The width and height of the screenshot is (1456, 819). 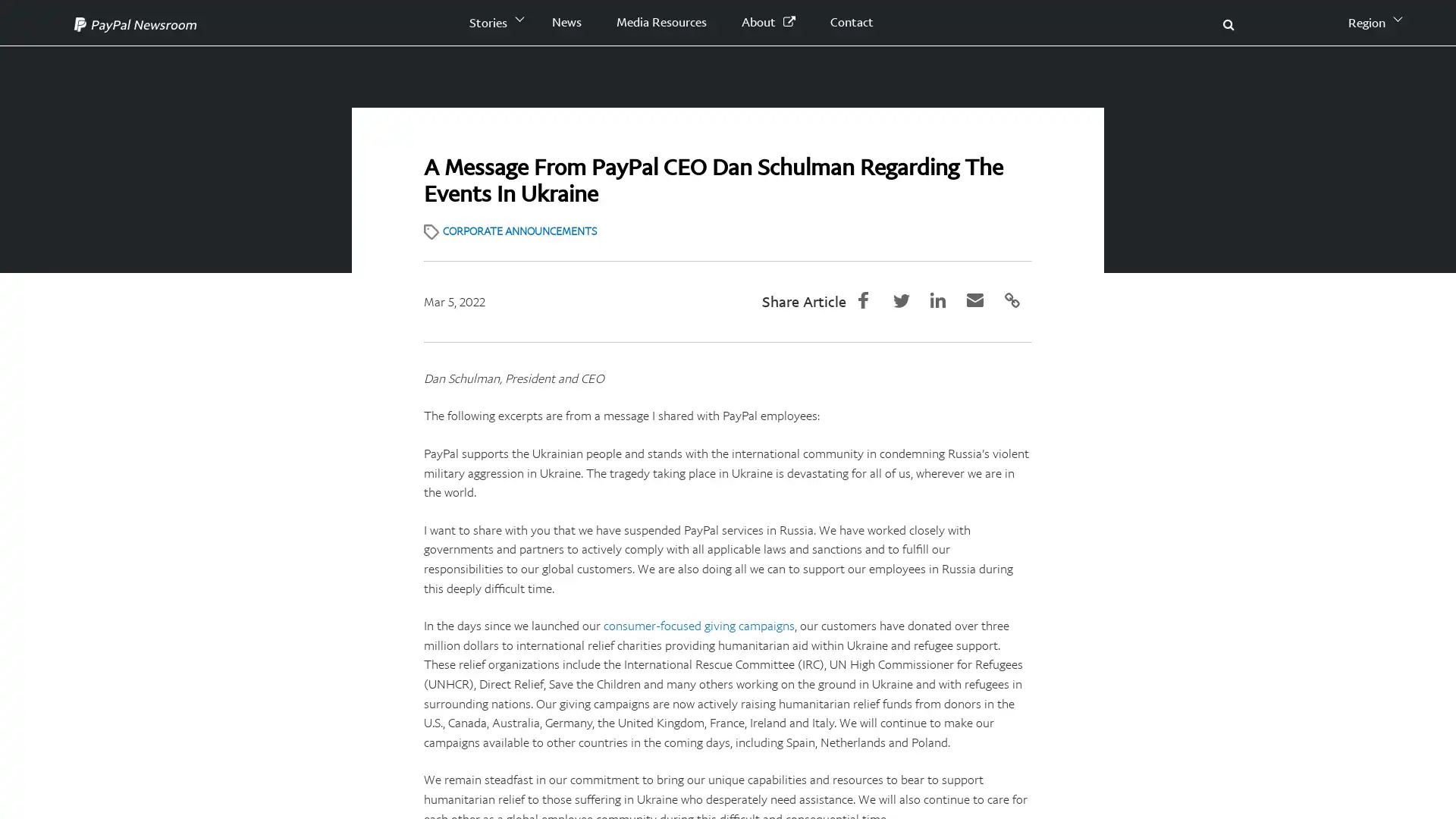 I want to click on Share to Twitter, so click(x=910, y=299).